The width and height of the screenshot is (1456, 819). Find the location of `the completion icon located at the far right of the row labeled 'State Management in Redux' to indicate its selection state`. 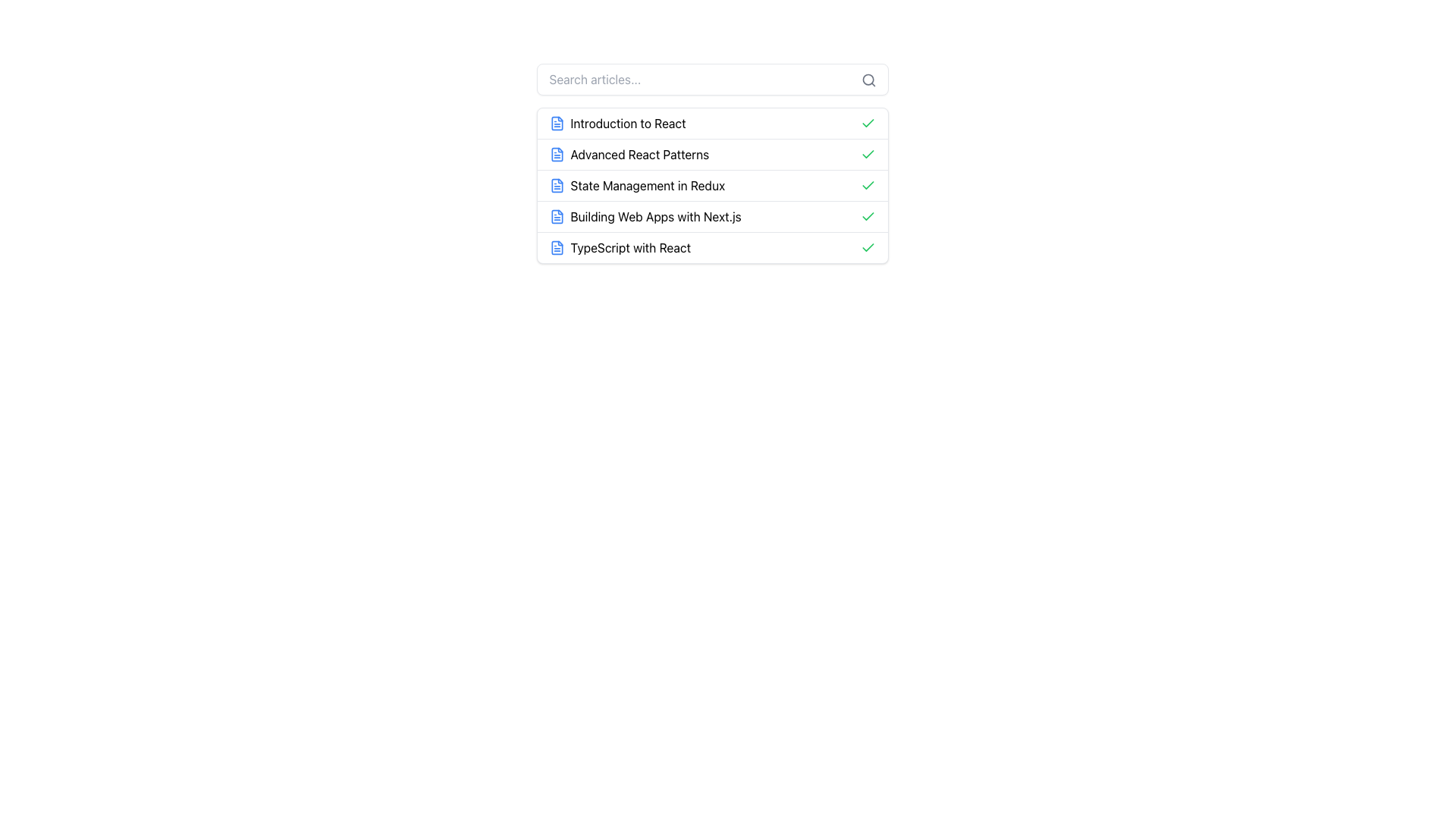

the completion icon located at the far right of the row labeled 'State Management in Redux' to indicate its selection state is located at coordinates (868, 185).